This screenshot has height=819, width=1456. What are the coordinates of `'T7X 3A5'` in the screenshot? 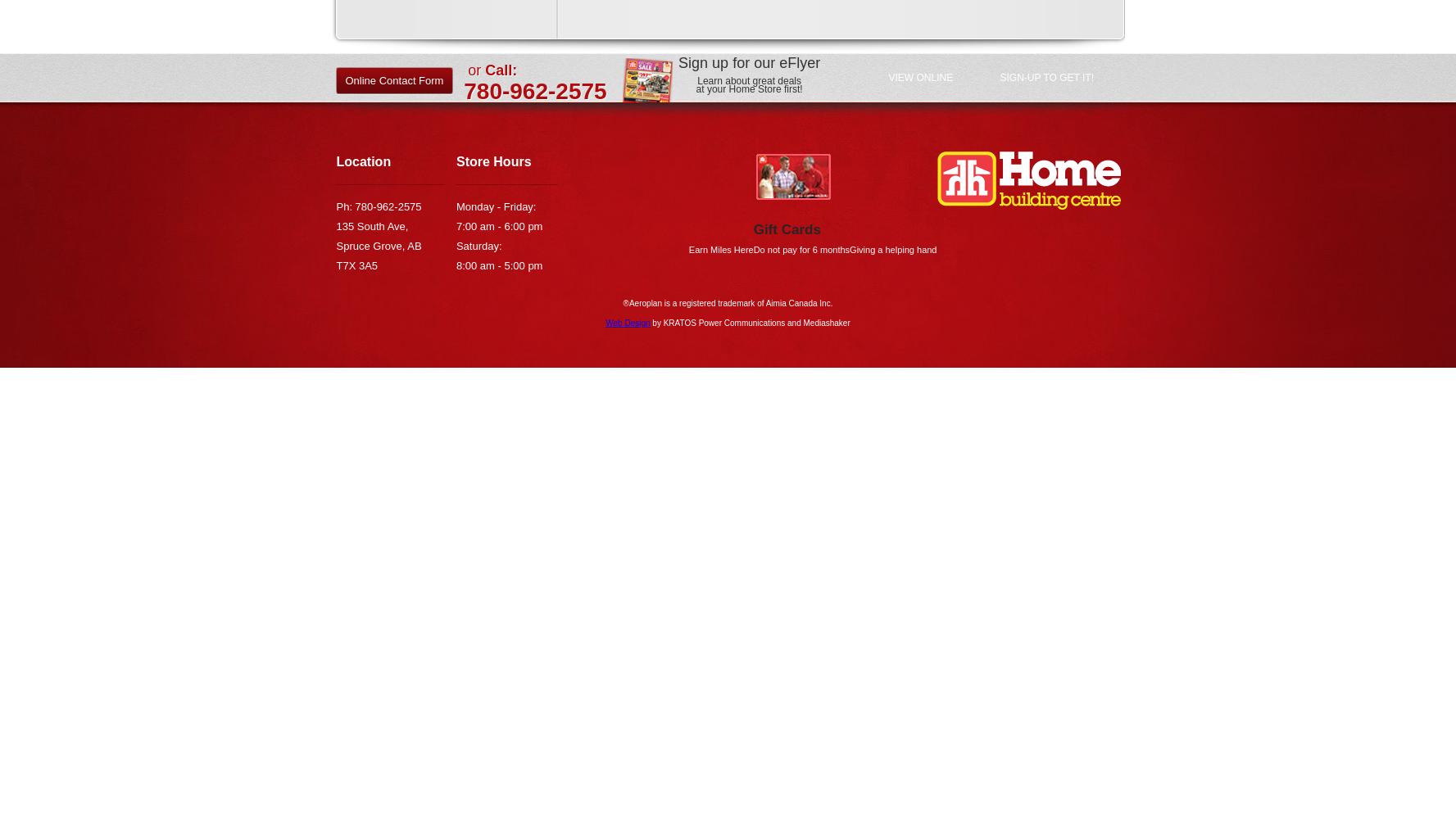 It's located at (356, 264).